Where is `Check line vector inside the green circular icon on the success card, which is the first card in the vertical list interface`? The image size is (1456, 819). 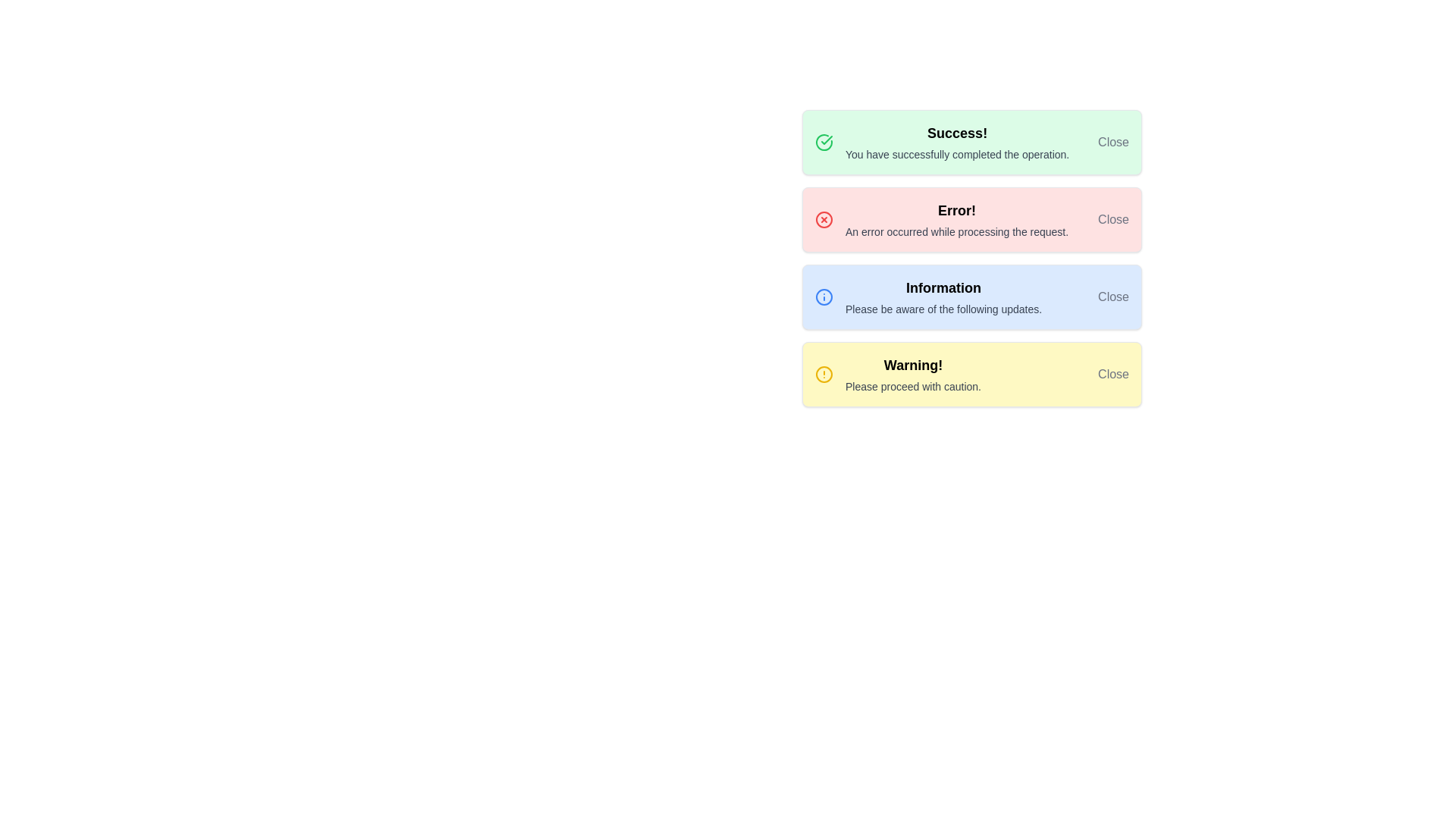 Check line vector inside the green circular icon on the success card, which is the first card in the vertical list interface is located at coordinates (826, 140).